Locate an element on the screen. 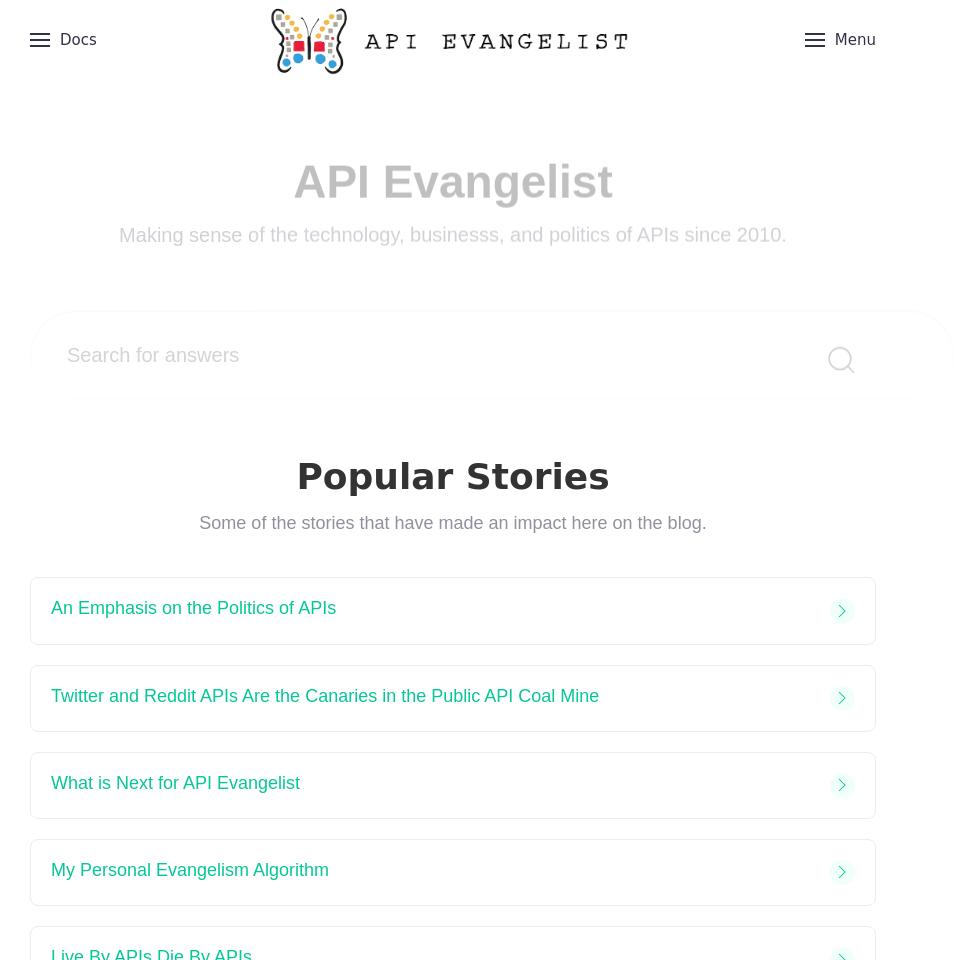  'Some of the stories that have made an impact here on the blog.' is located at coordinates (452, 522).